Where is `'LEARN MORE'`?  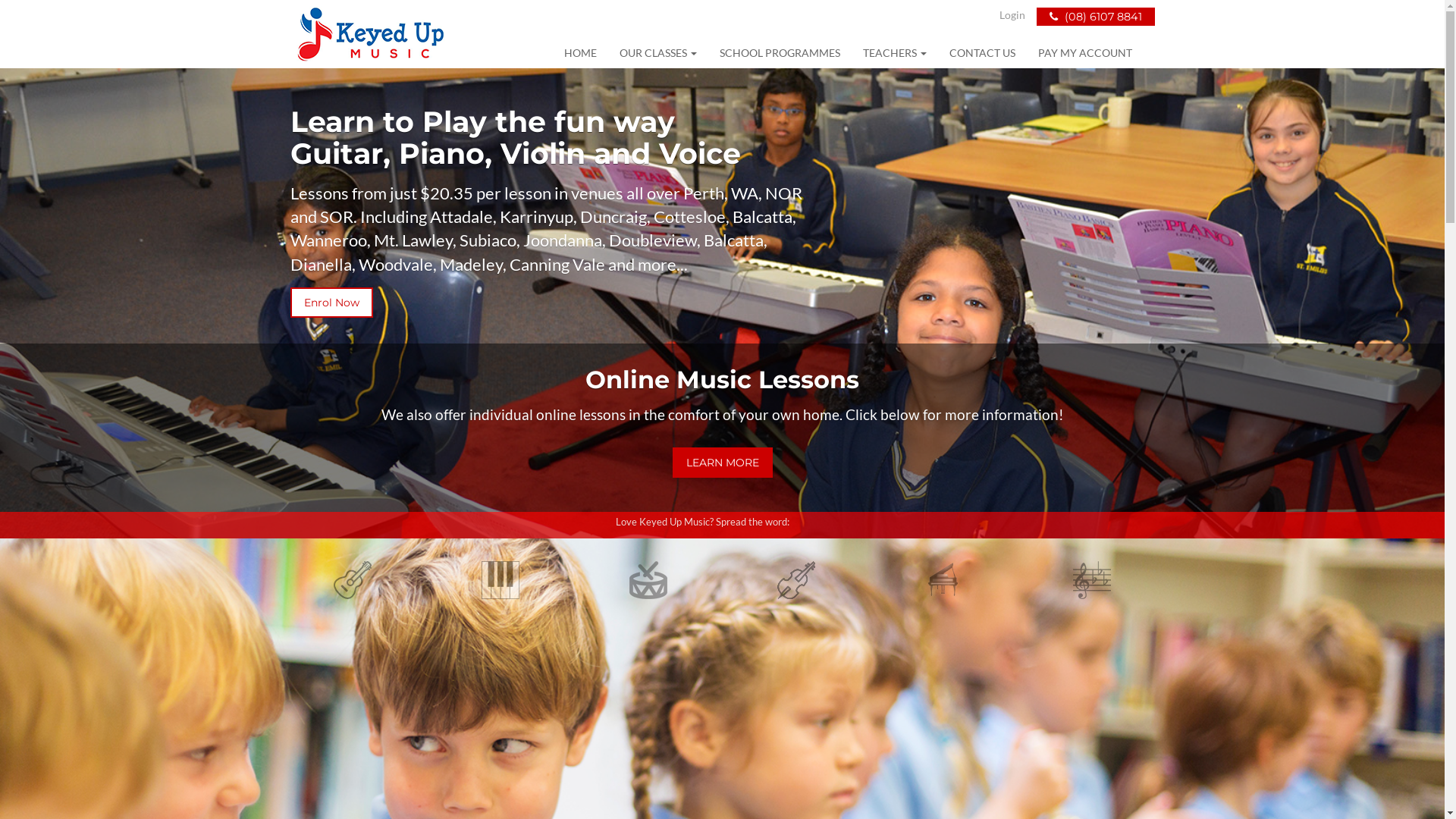 'LEARN MORE' is located at coordinates (720, 461).